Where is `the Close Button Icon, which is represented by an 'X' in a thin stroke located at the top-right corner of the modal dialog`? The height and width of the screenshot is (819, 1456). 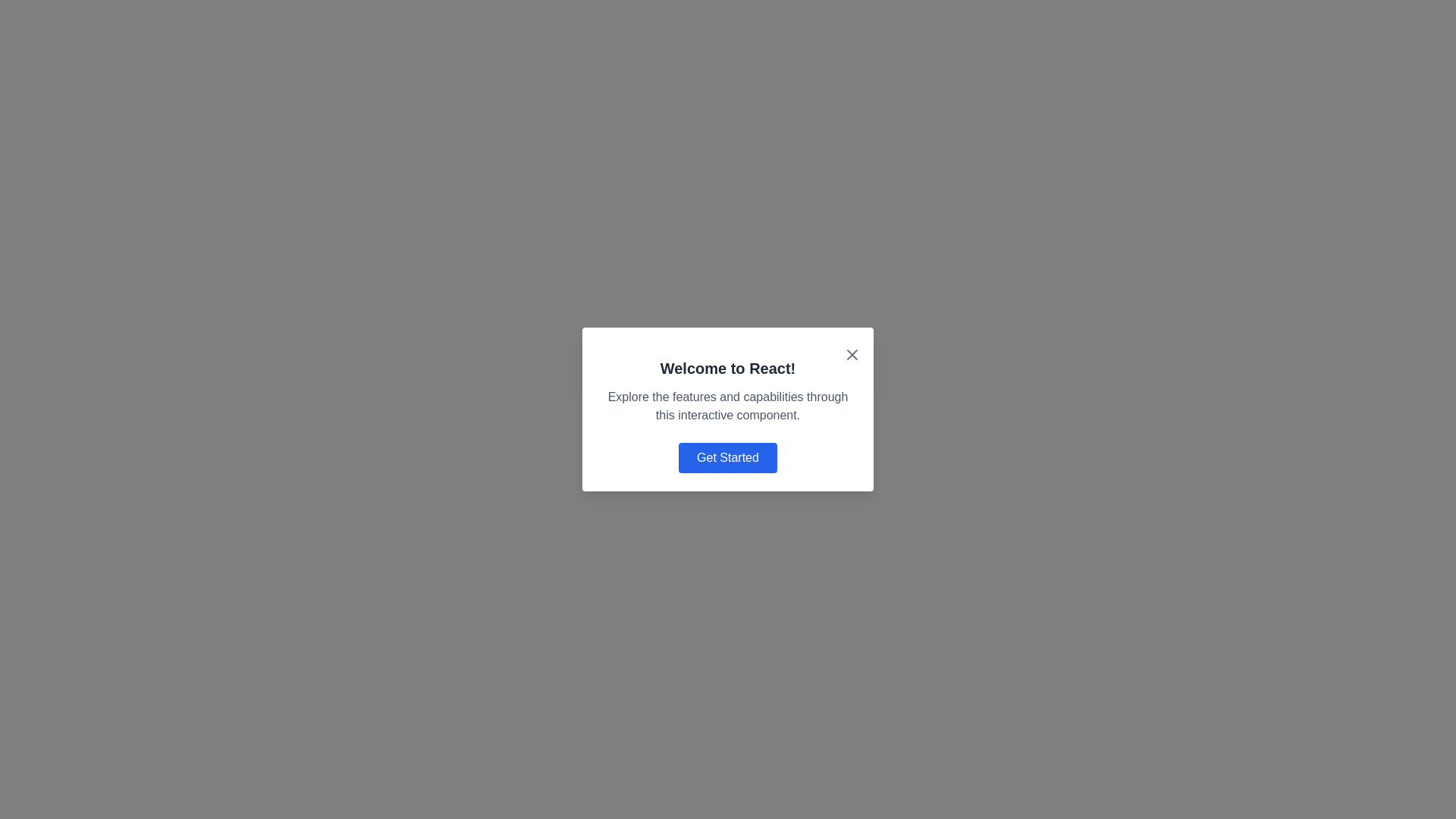
the Close Button Icon, which is represented by an 'X' in a thin stroke located at the top-right corner of the modal dialog is located at coordinates (852, 354).